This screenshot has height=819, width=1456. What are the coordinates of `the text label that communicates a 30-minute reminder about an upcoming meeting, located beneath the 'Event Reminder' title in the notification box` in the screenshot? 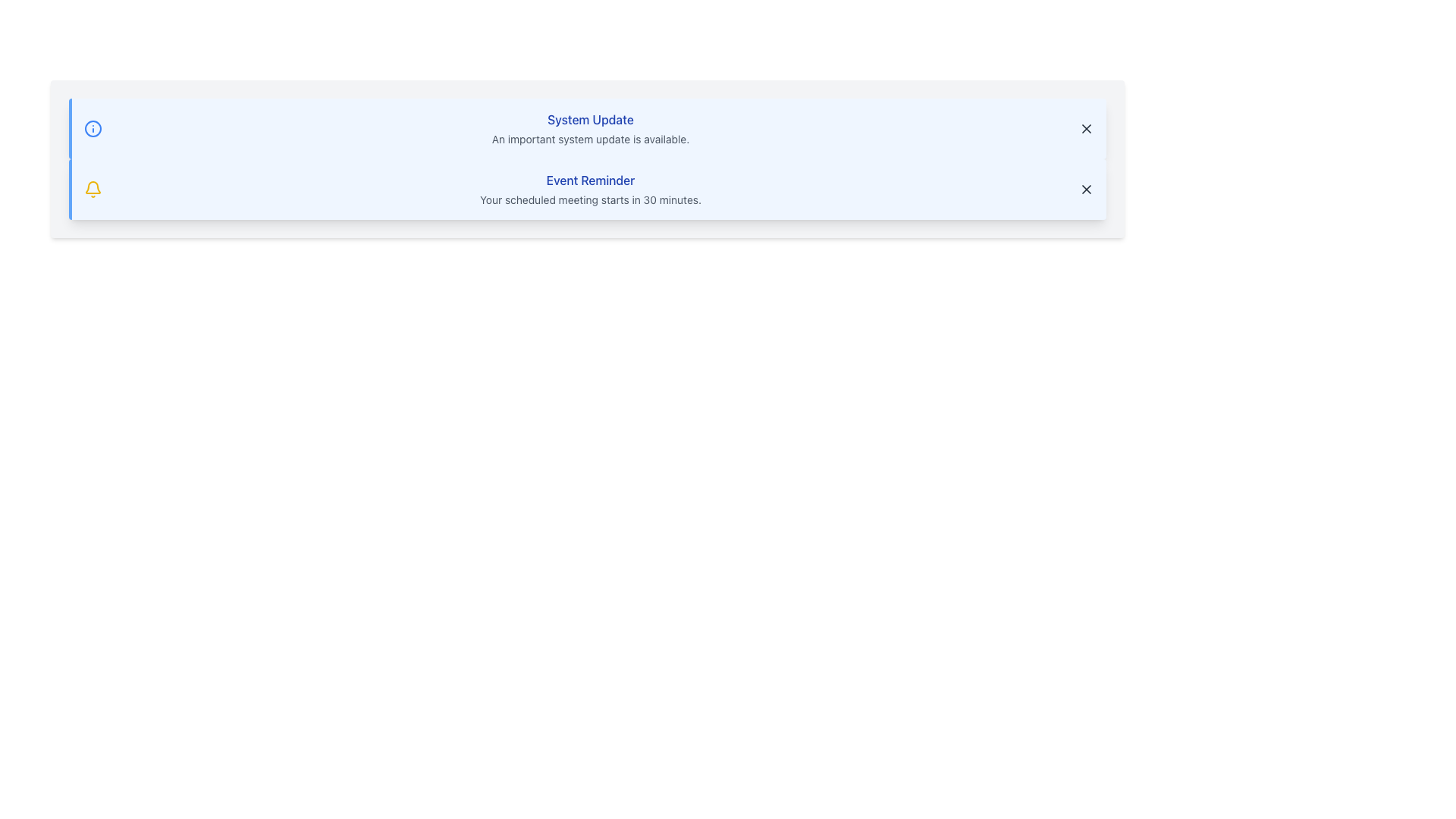 It's located at (589, 199).